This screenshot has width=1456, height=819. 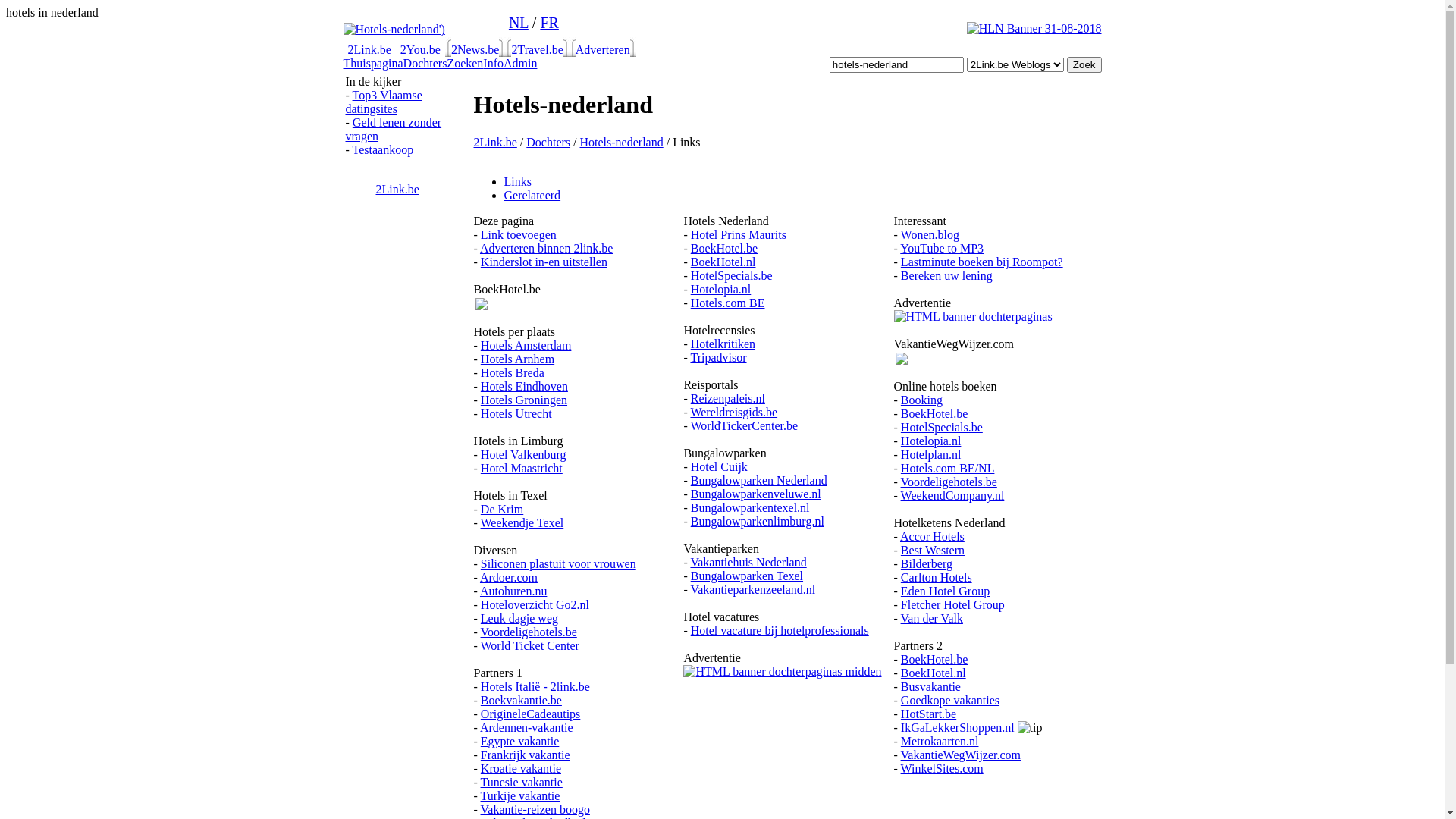 I want to click on 'Hotel Valkenburg', so click(x=523, y=453).